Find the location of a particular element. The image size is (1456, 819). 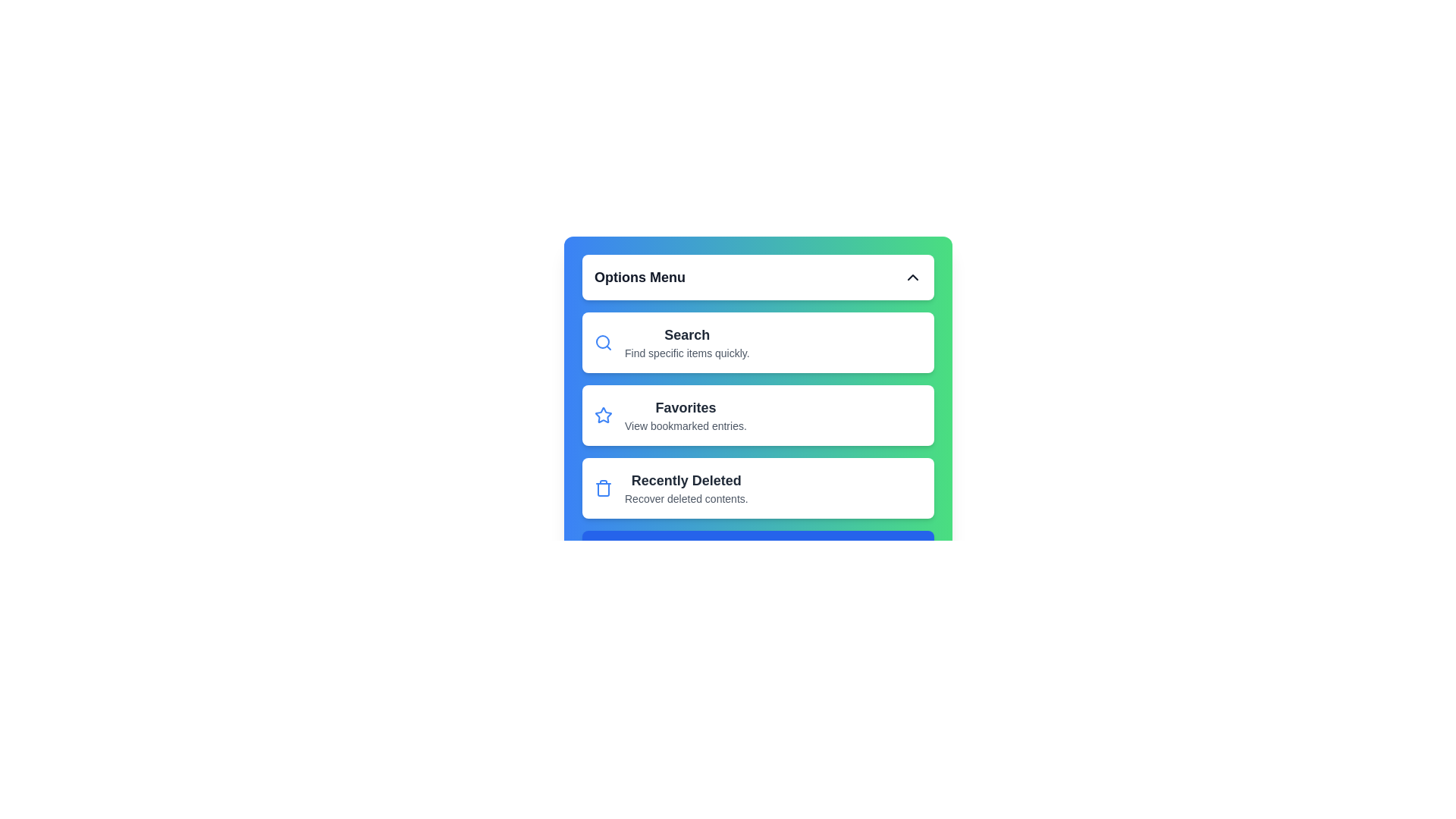

the static text that reads 'Recover deleted contents.' which is styled in gray and located below the 'Recently Deleted' heading in the menu is located at coordinates (686, 499).